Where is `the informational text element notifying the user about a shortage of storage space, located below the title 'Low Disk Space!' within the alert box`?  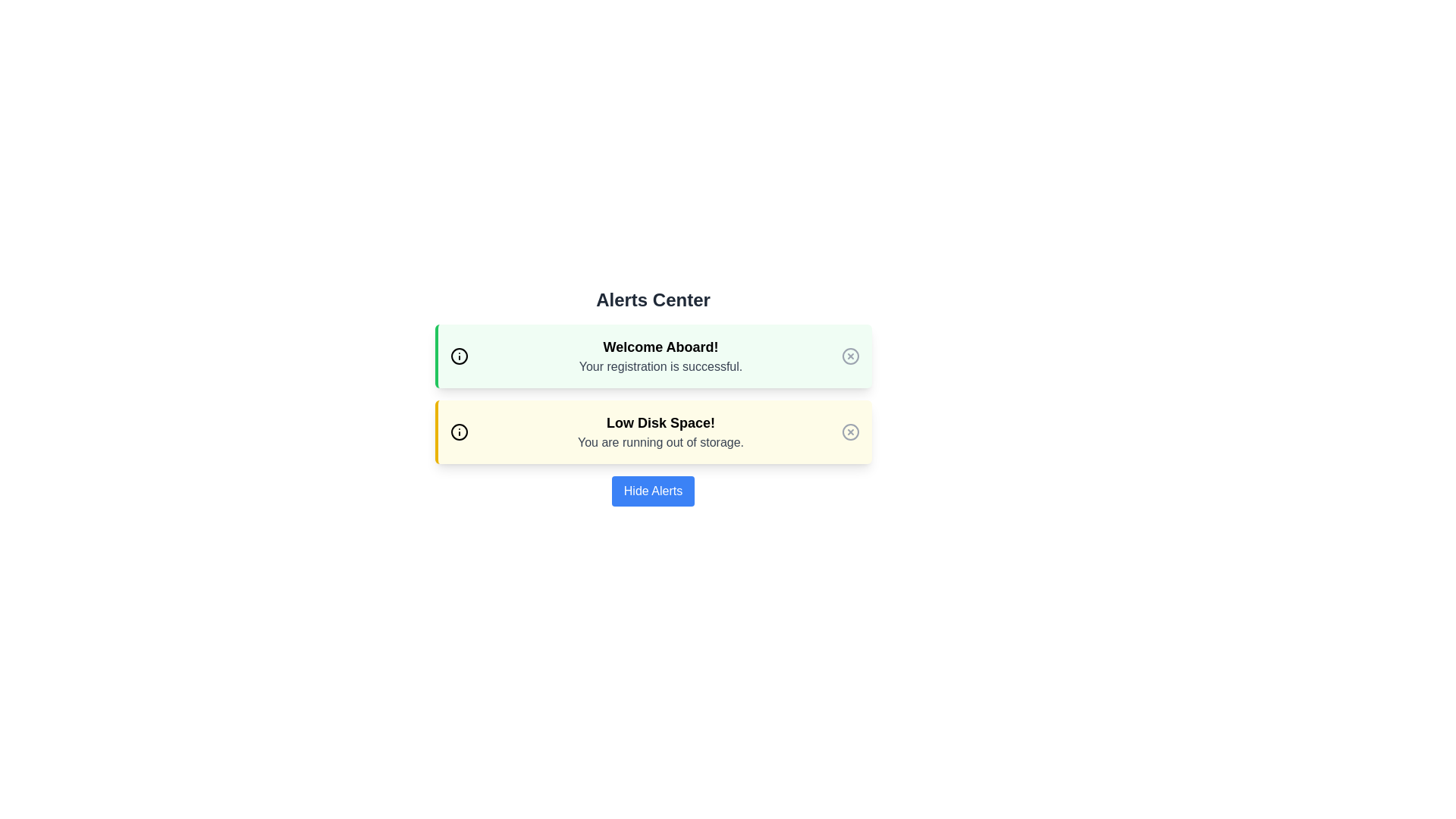
the informational text element notifying the user about a shortage of storage space, located below the title 'Low Disk Space!' within the alert box is located at coordinates (661, 442).